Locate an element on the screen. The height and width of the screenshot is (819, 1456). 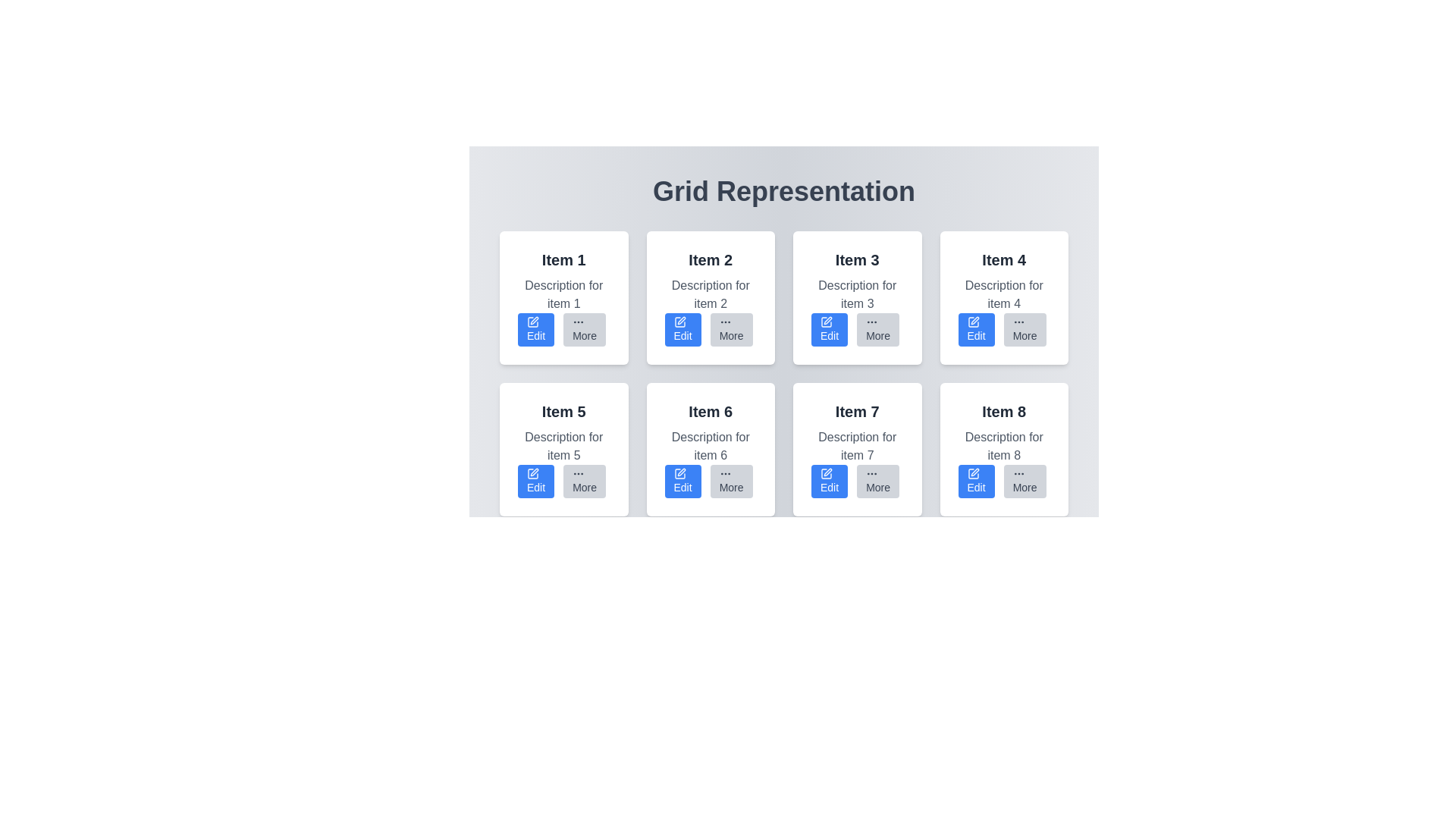
the button group located in the bottom section of the first card labeled 'Item 1' is located at coordinates (563, 329).